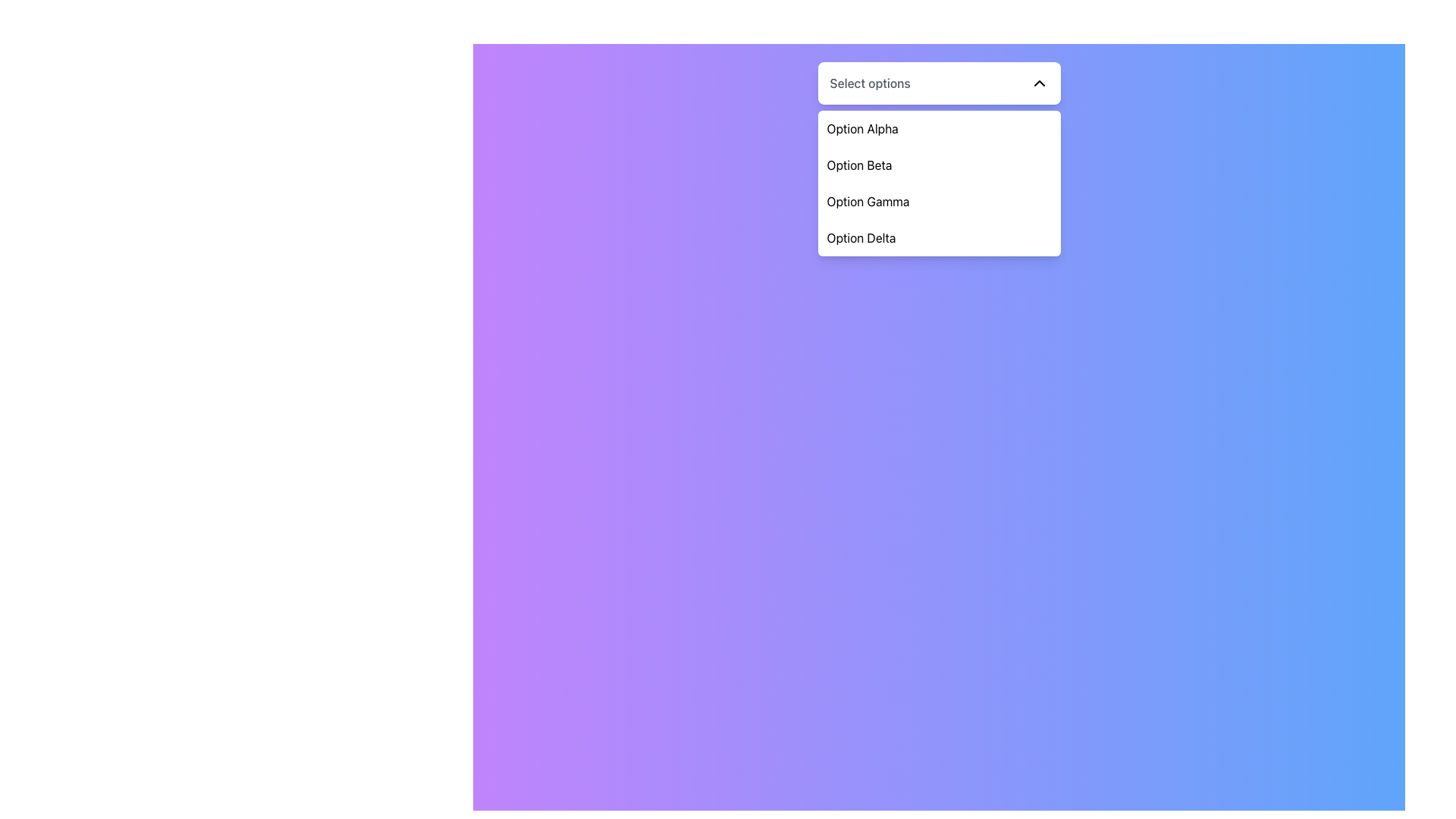 Image resolution: width=1456 pixels, height=819 pixels. I want to click on to select the dropdown menu item labeled 'Option Delta', which is the fourth option in a vertically stacked list within the dropdown panel, so click(861, 237).